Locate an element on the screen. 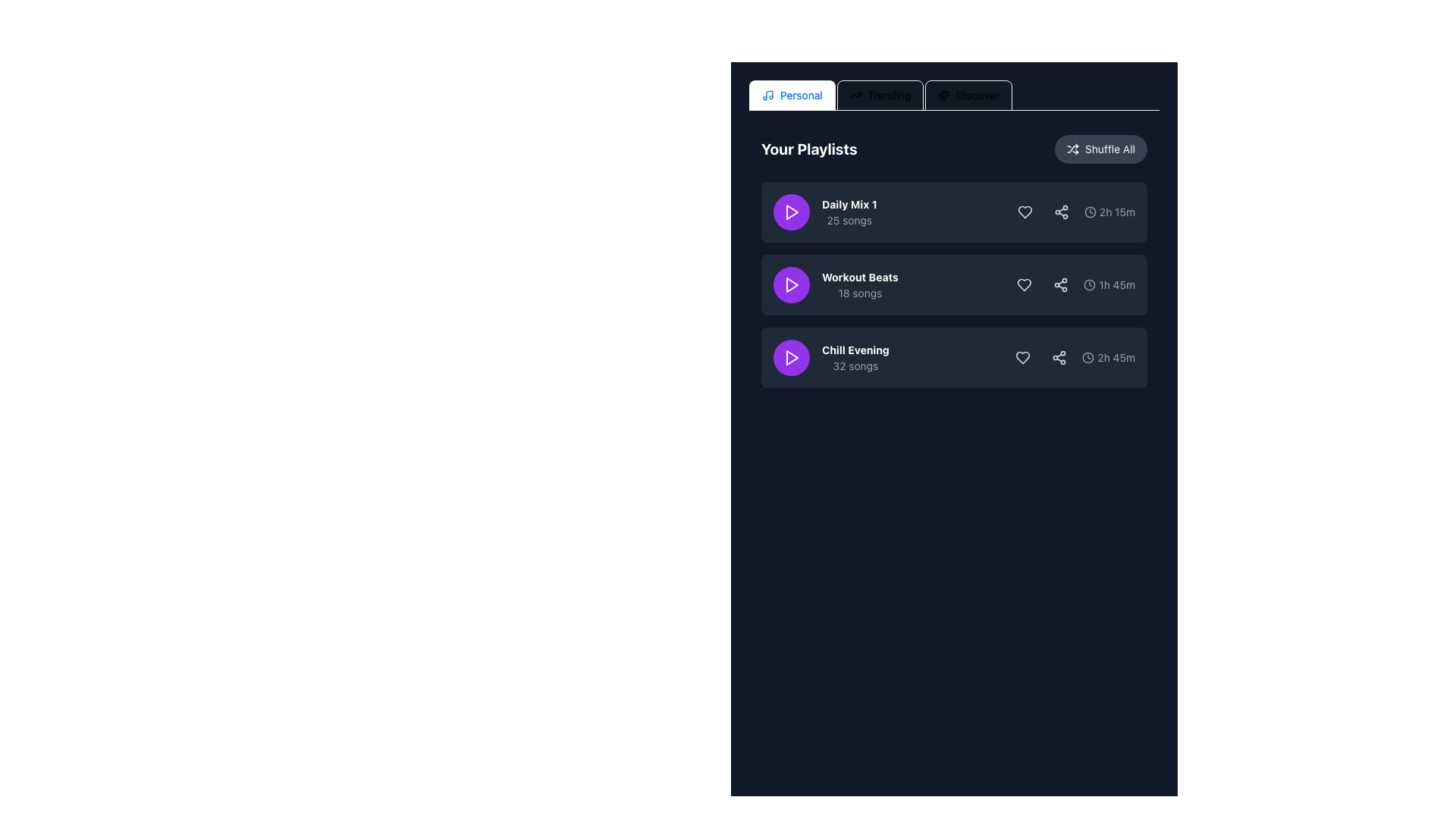  the 'like' button for the playlist item 'Daily Mix 1' is located at coordinates (1025, 212).